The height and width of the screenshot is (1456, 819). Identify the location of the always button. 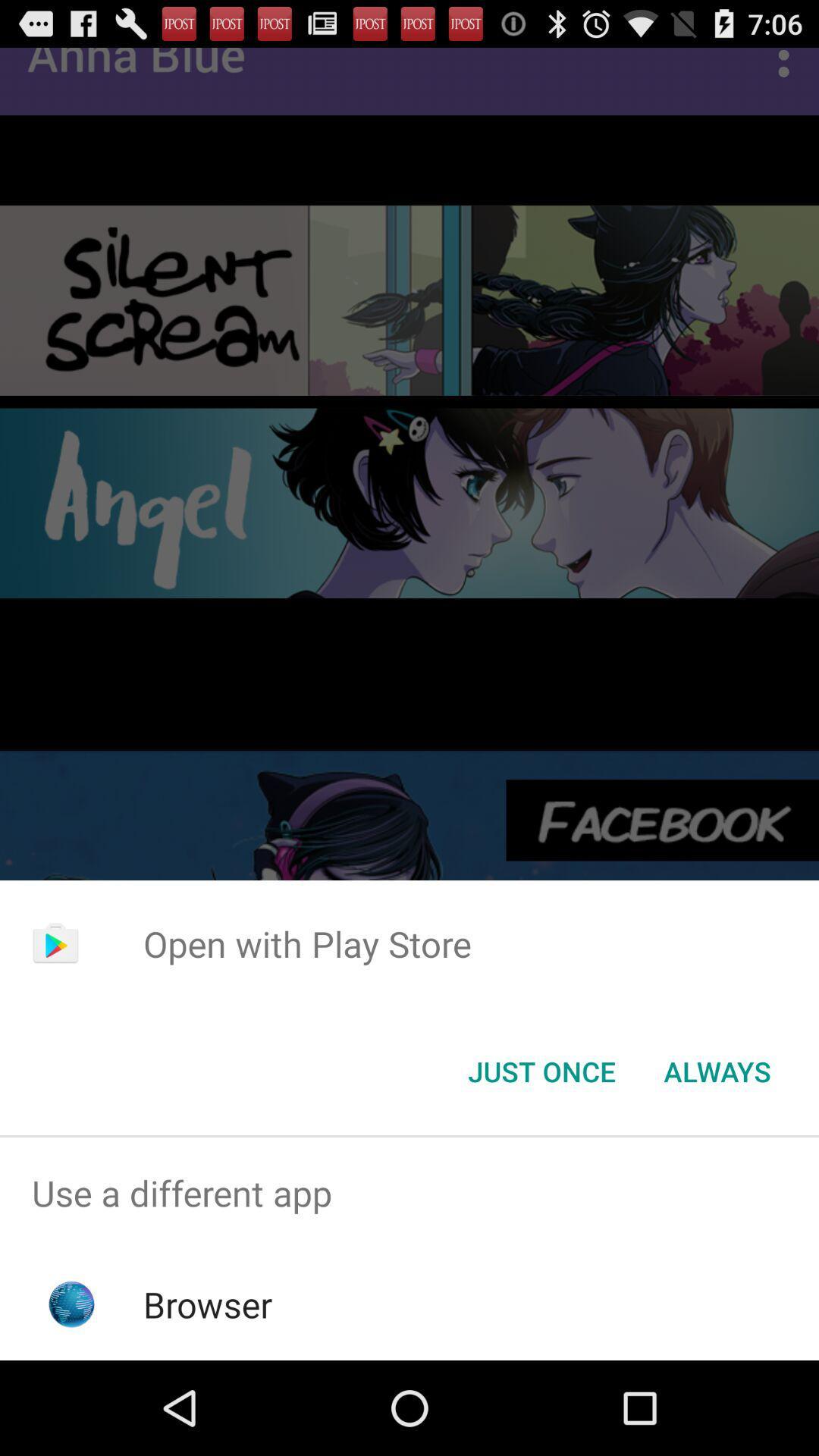
(717, 1070).